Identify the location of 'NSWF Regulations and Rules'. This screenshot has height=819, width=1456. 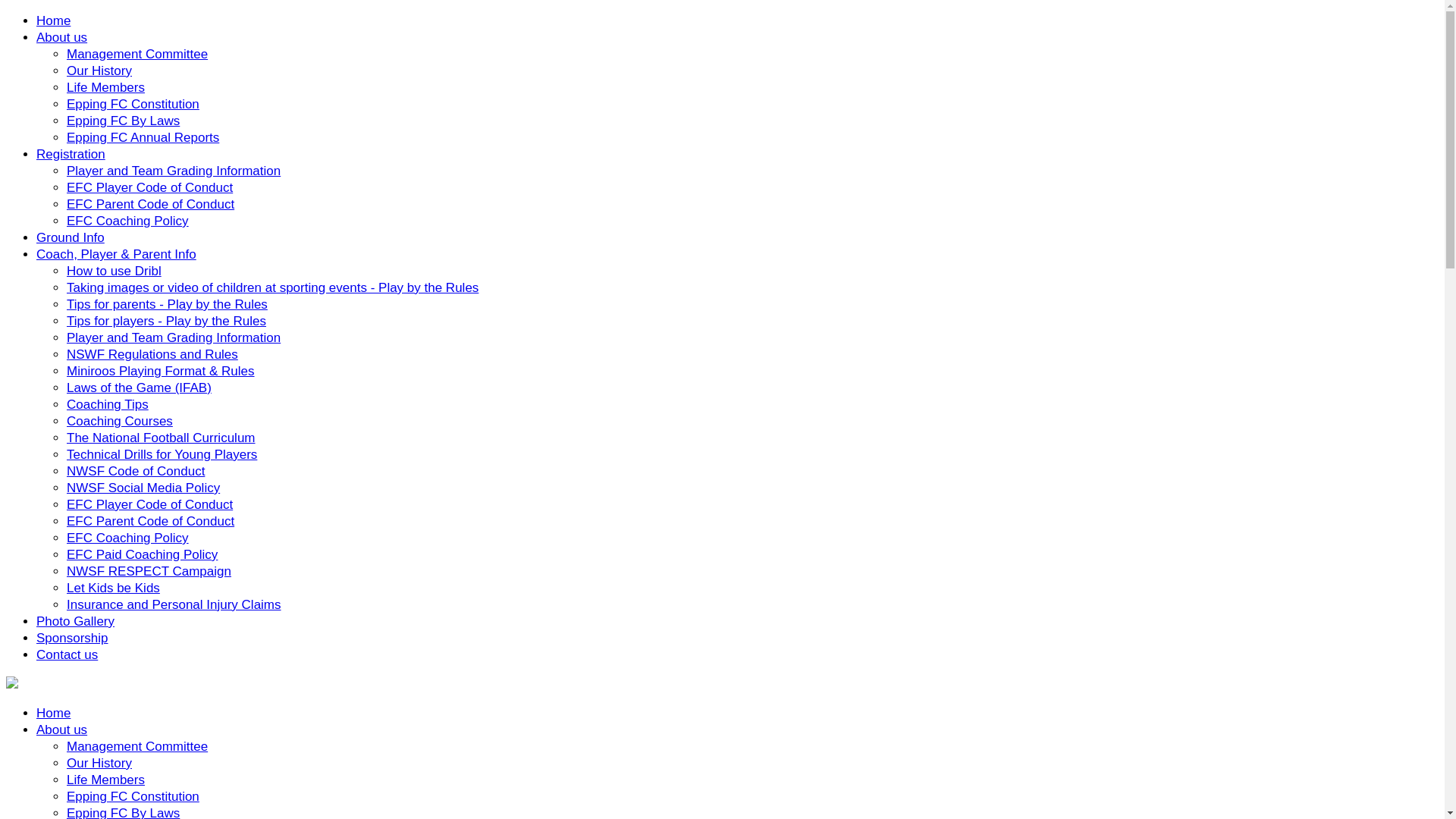
(152, 354).